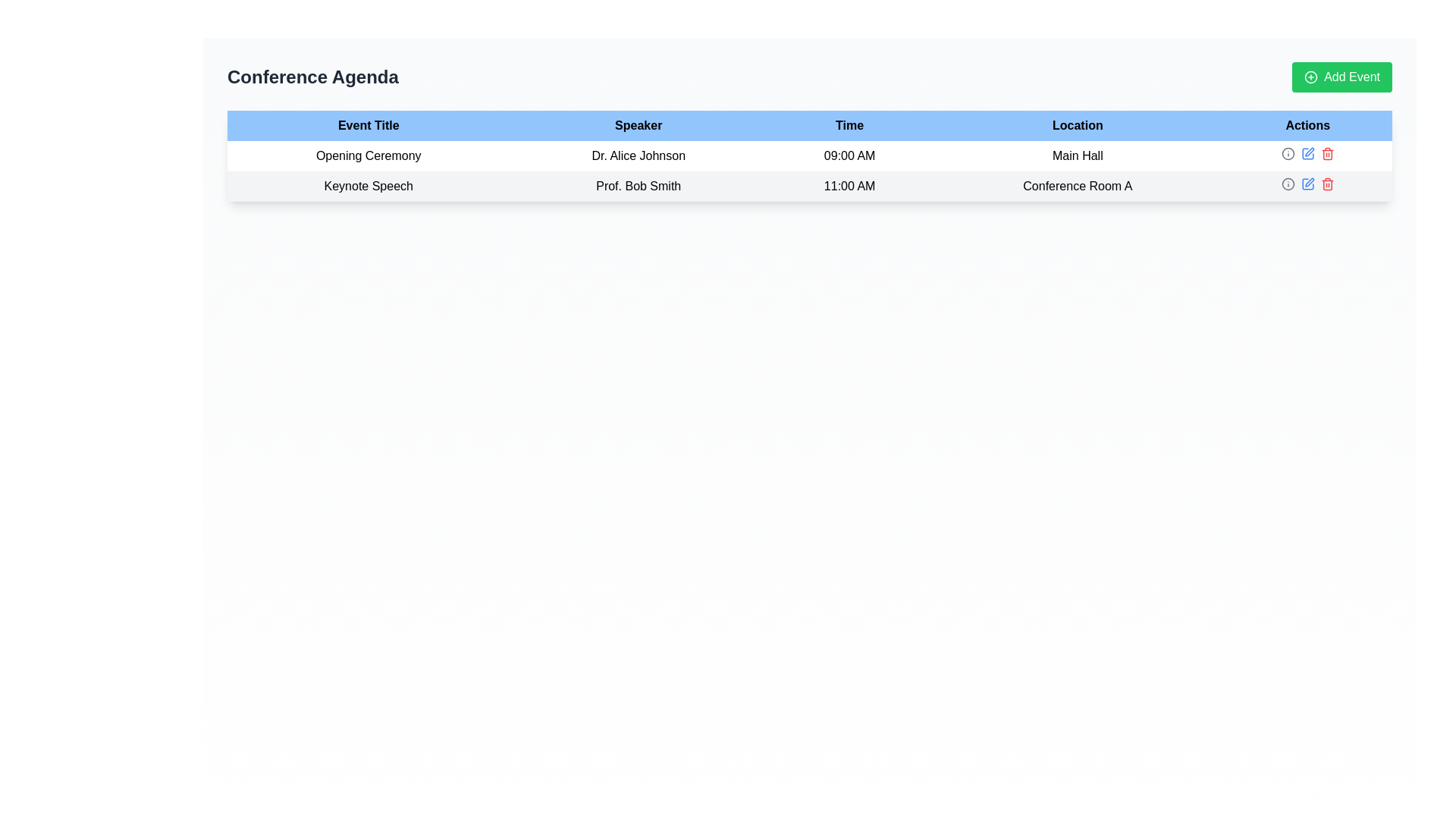 This screenshot has height=819, width=1456. Describe the element at coordinates (639, 124) in the screenshot. I see `the centered text label 'Speaker' which is in the second column of the table header, between 'Event Title' and 'Time', featuring bold black font on a light blue background` at that location.